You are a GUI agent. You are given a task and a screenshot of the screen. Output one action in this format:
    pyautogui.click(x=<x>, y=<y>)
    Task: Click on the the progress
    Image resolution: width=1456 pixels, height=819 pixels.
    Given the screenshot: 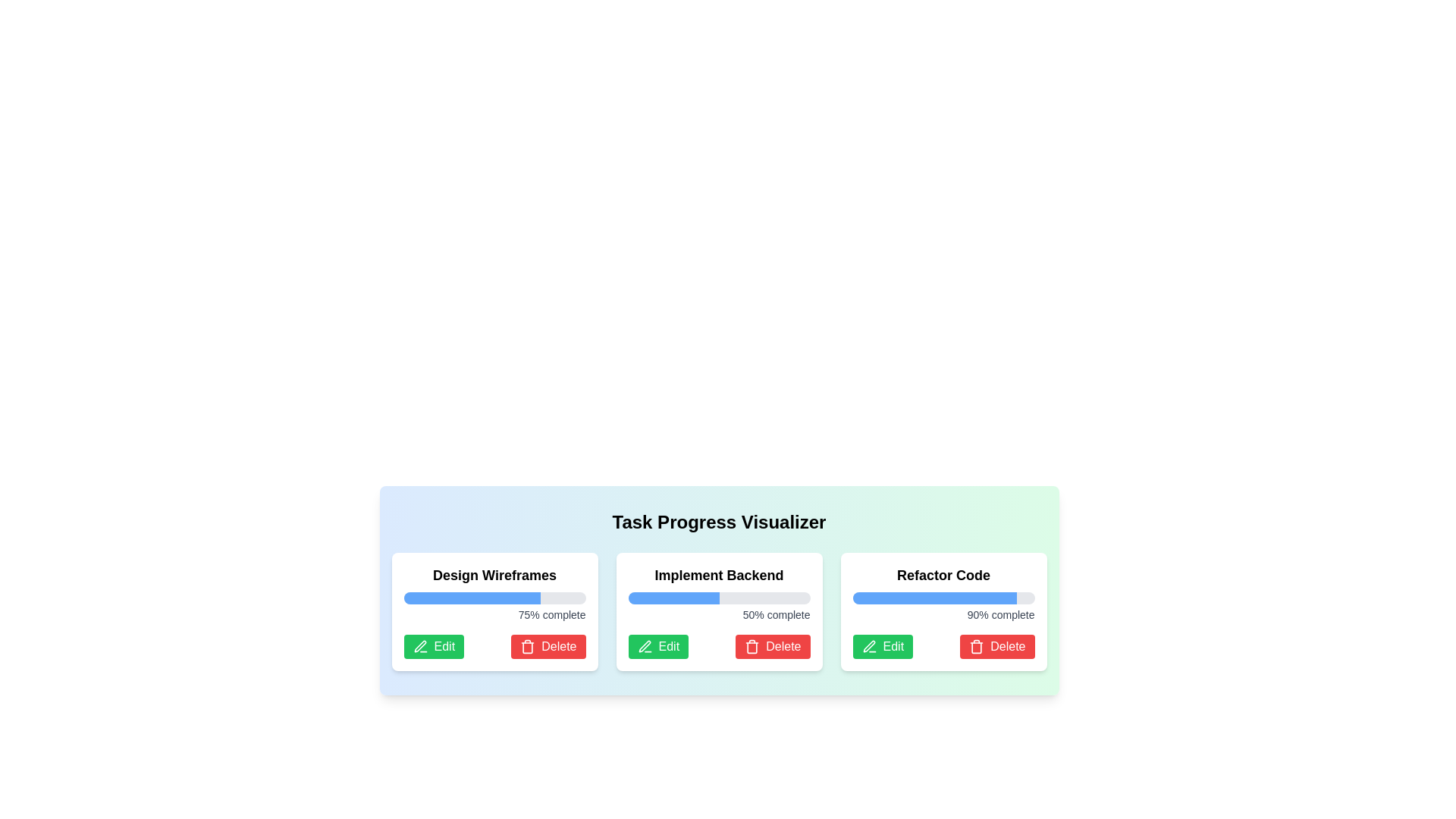 What is the action you would take?
    pyautogui.click(x=927, y=598)
    